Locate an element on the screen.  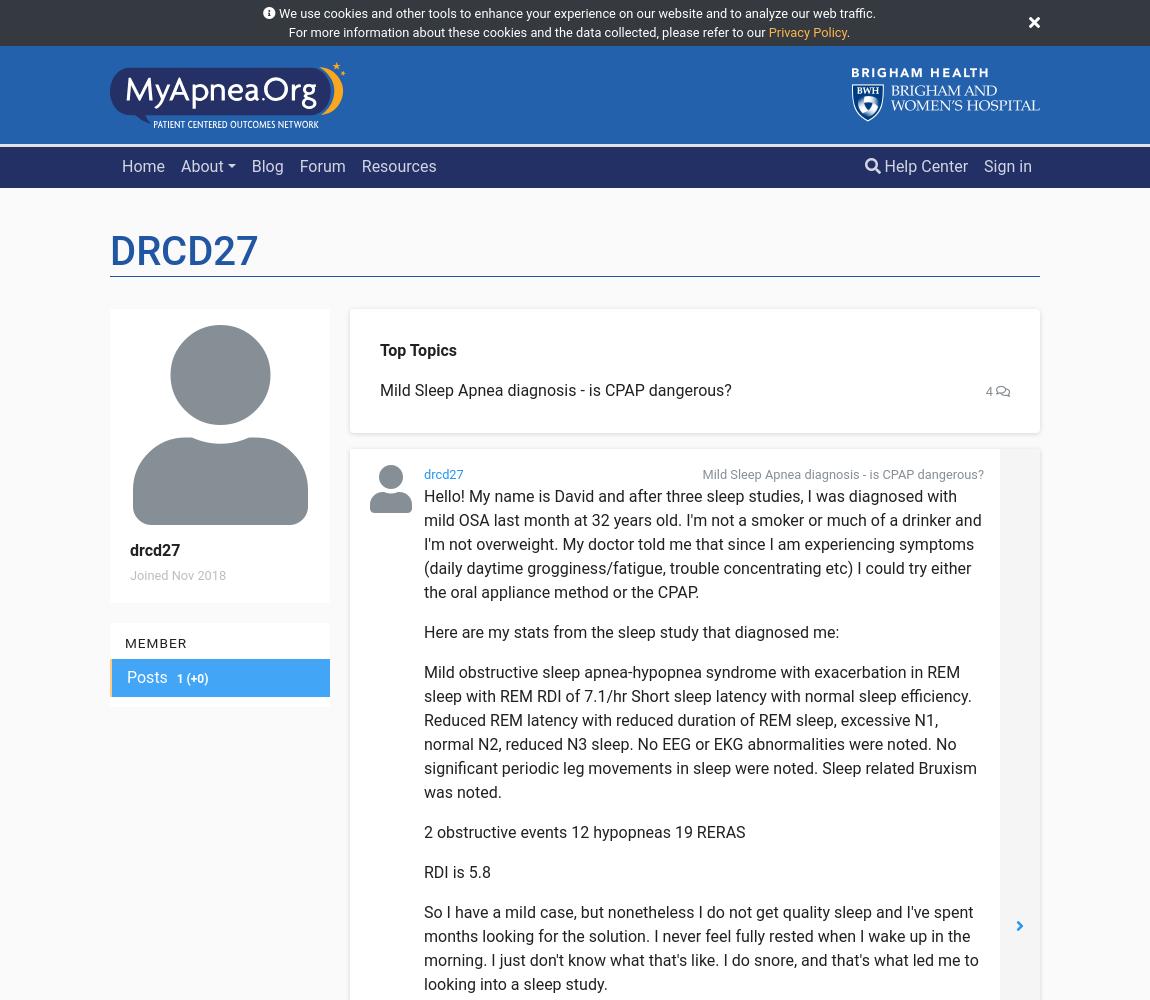
'So I have a mild case, but nonetheless I do not get quality sleep and I've spent months looking for the solution. I never feel fully rested when I wake up in the morning. I just don't know what that's like. I do snore, and that's what led me to looking into a sleep study.' is located at coordinates (700, 946).